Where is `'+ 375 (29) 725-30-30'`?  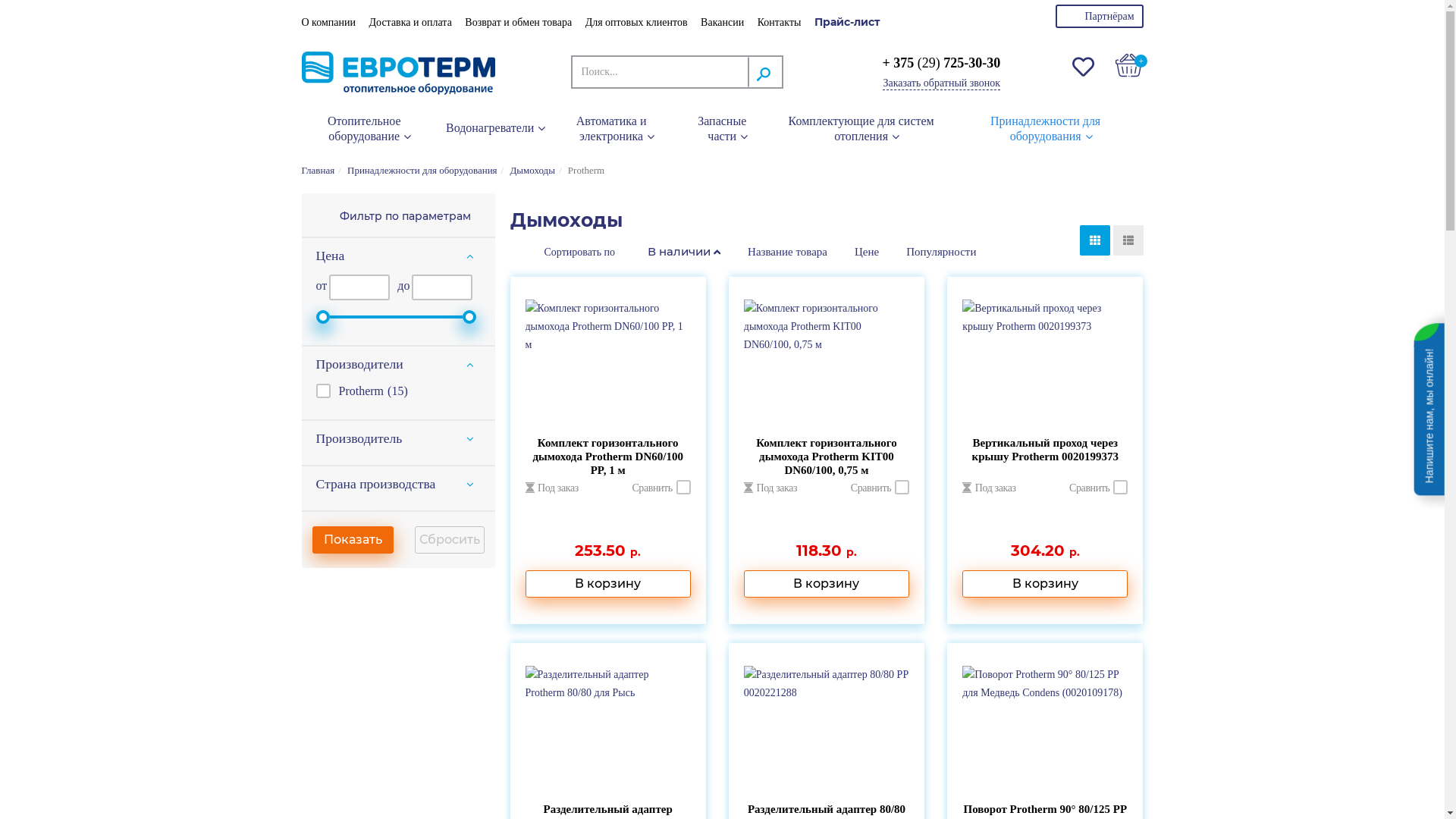 '+ 375 (29) 725-30-30' is located at coordinates (940, 62).